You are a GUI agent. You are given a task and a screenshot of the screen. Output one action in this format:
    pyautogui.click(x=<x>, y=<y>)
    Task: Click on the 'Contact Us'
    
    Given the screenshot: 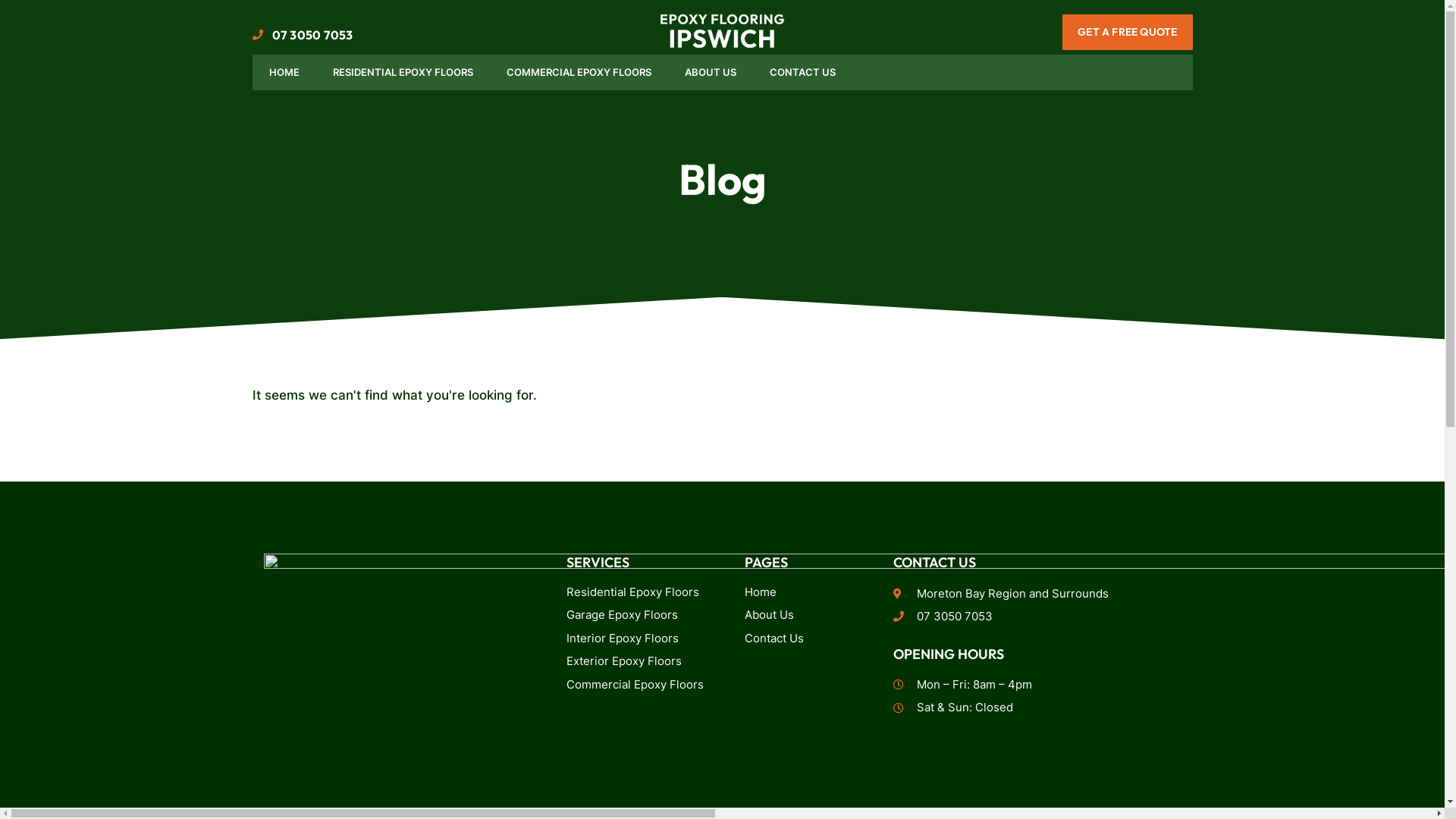 What is the action you would take?
    pyautogui.click(x=807, y=639)
    